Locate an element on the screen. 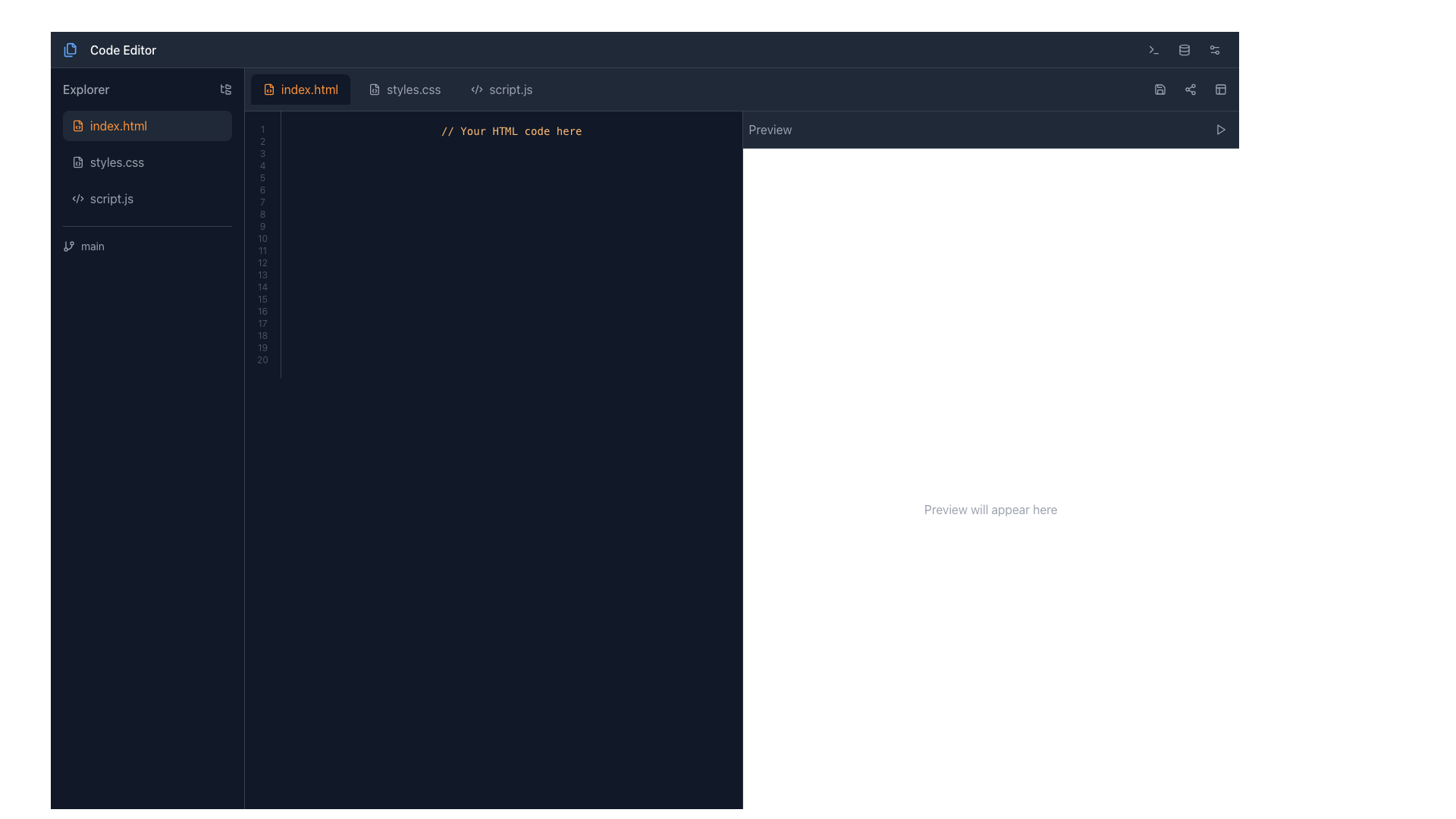 The width and height of the screenshot is (1456, 819). on the line number 8 text label located in the vertical list of numeric indicators on the left side of the code editor is located at coordinates (262, 214).